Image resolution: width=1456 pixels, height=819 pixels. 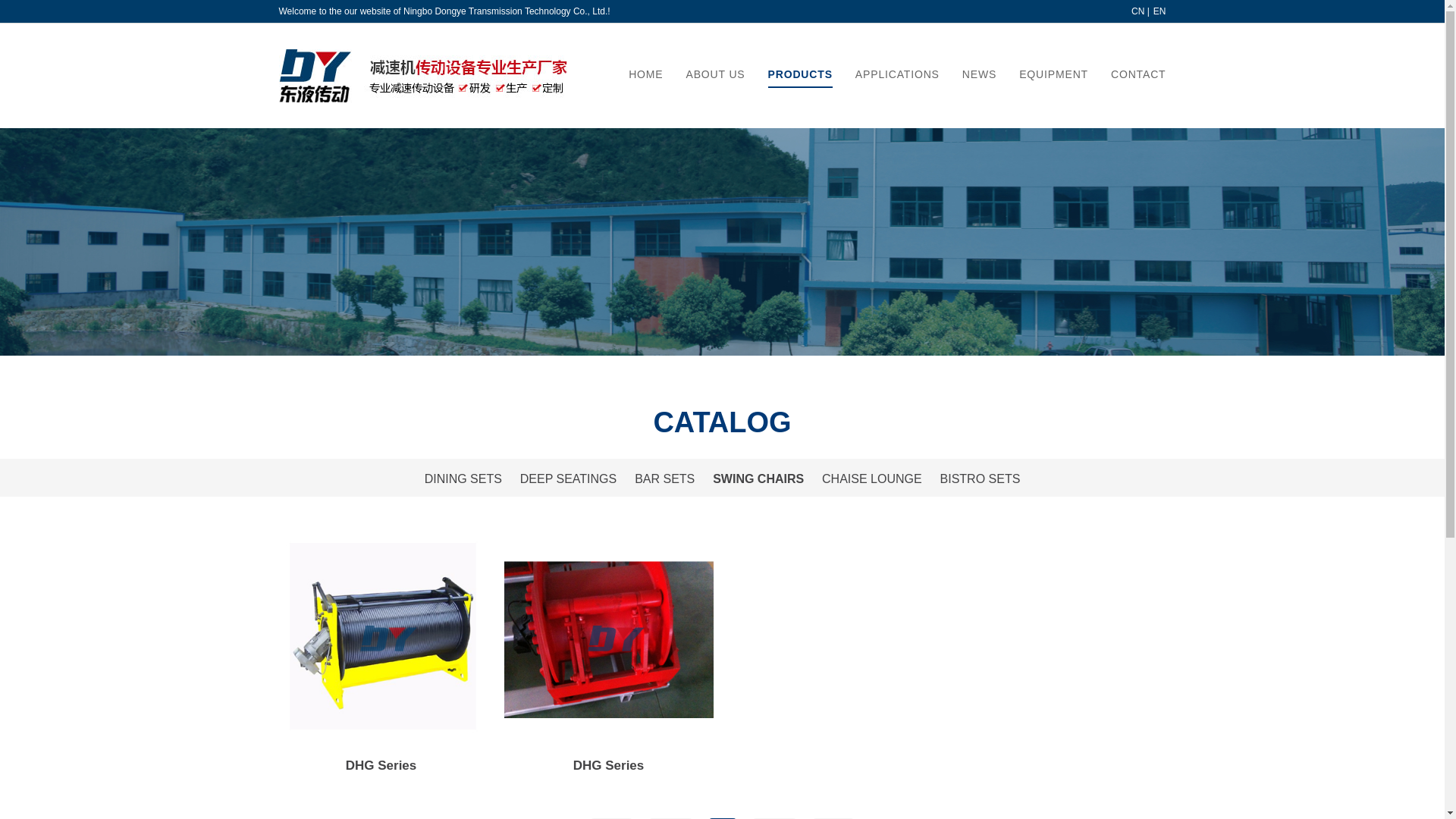 I want to click on 'ABOUT US', so click(x=686, y=74).